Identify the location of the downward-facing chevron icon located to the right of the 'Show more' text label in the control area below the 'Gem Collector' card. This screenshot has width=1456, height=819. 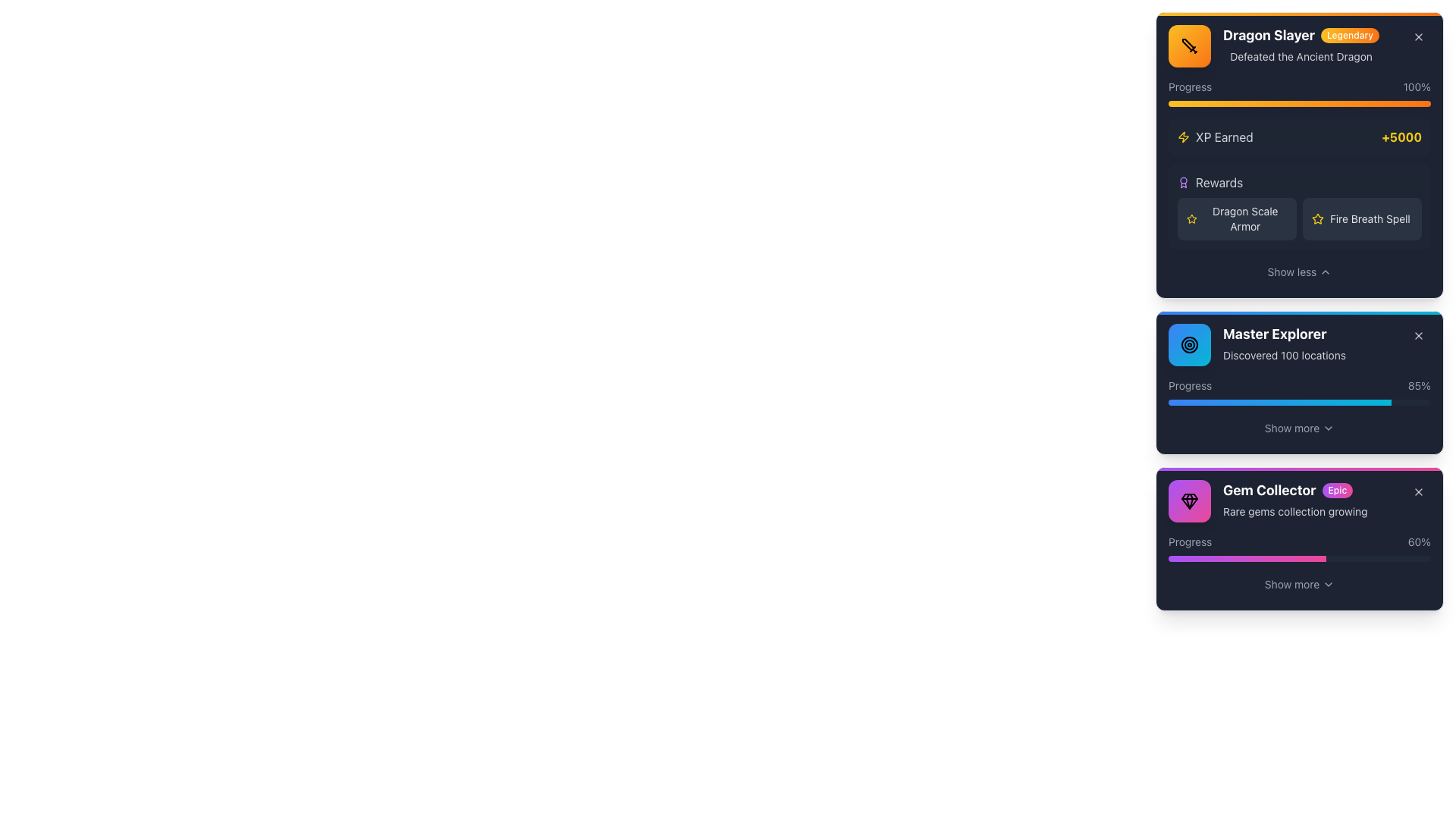
(1328, 584).